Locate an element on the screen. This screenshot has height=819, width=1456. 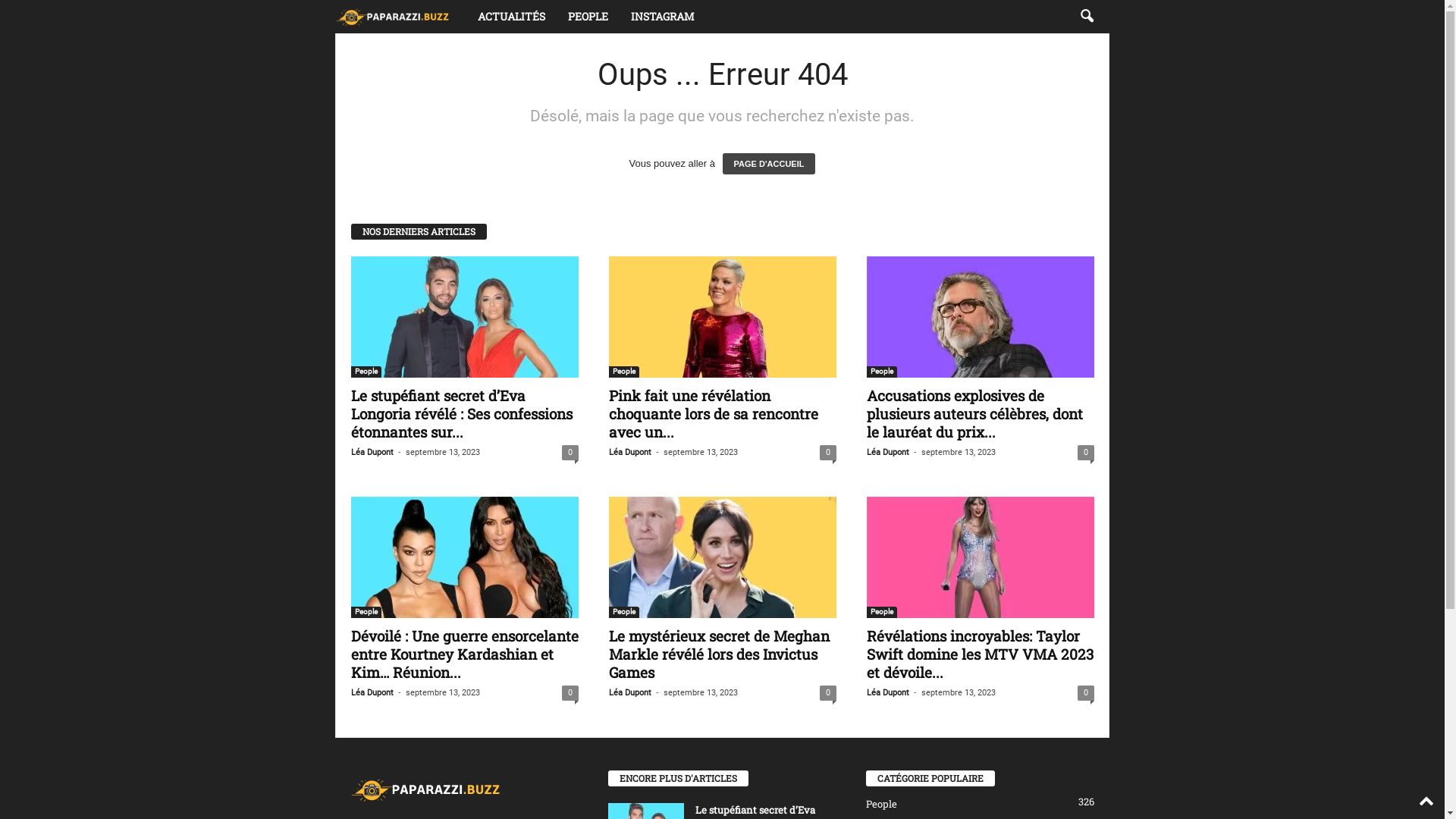
'PAGE D'ACCUEIL' is located at coordinates (769, 164).